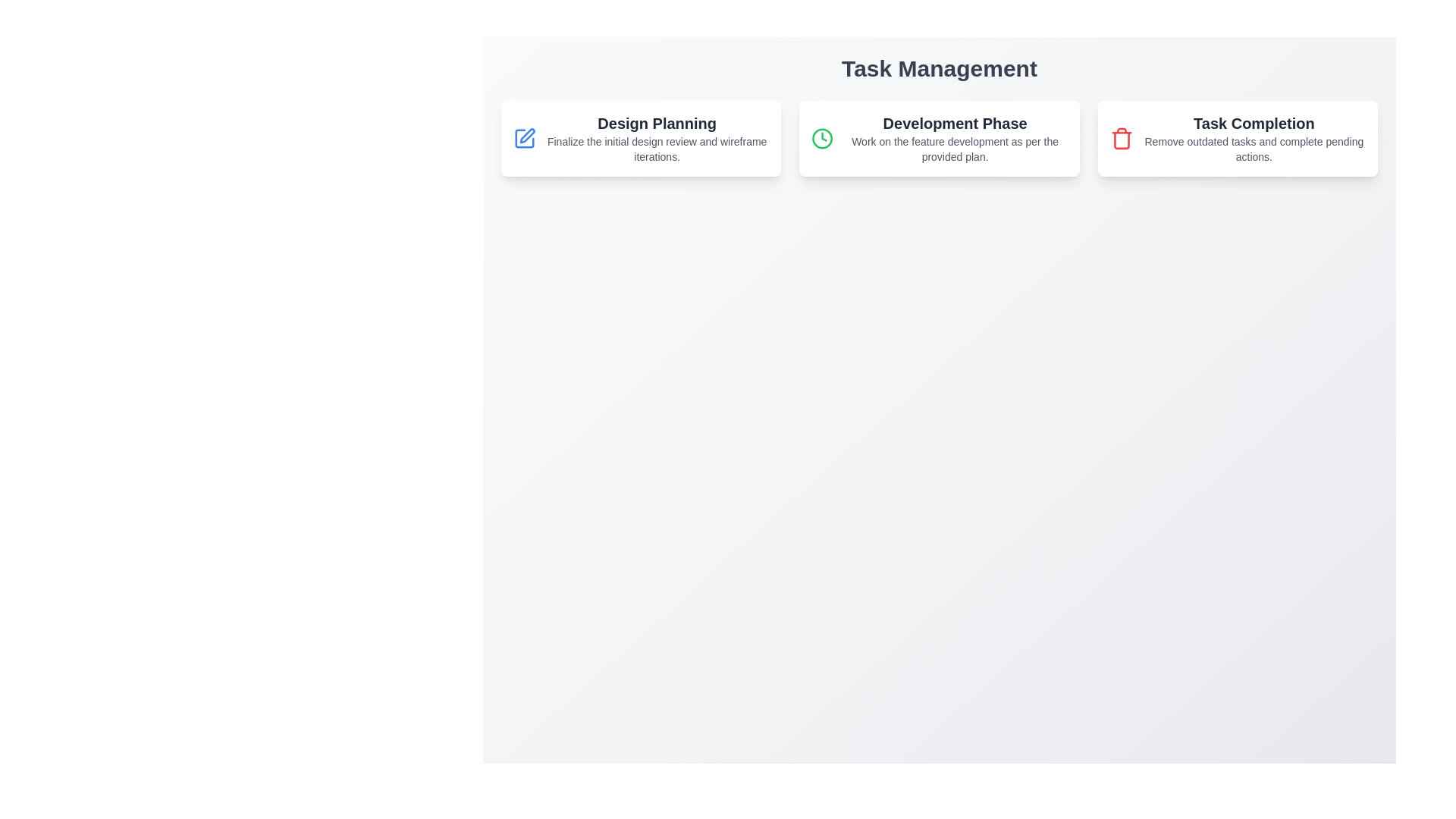 This screenshot has width=1456, height=819. I want to click on the blue outlined pen icon above the 'Design Planning' text, so click(527, 135).